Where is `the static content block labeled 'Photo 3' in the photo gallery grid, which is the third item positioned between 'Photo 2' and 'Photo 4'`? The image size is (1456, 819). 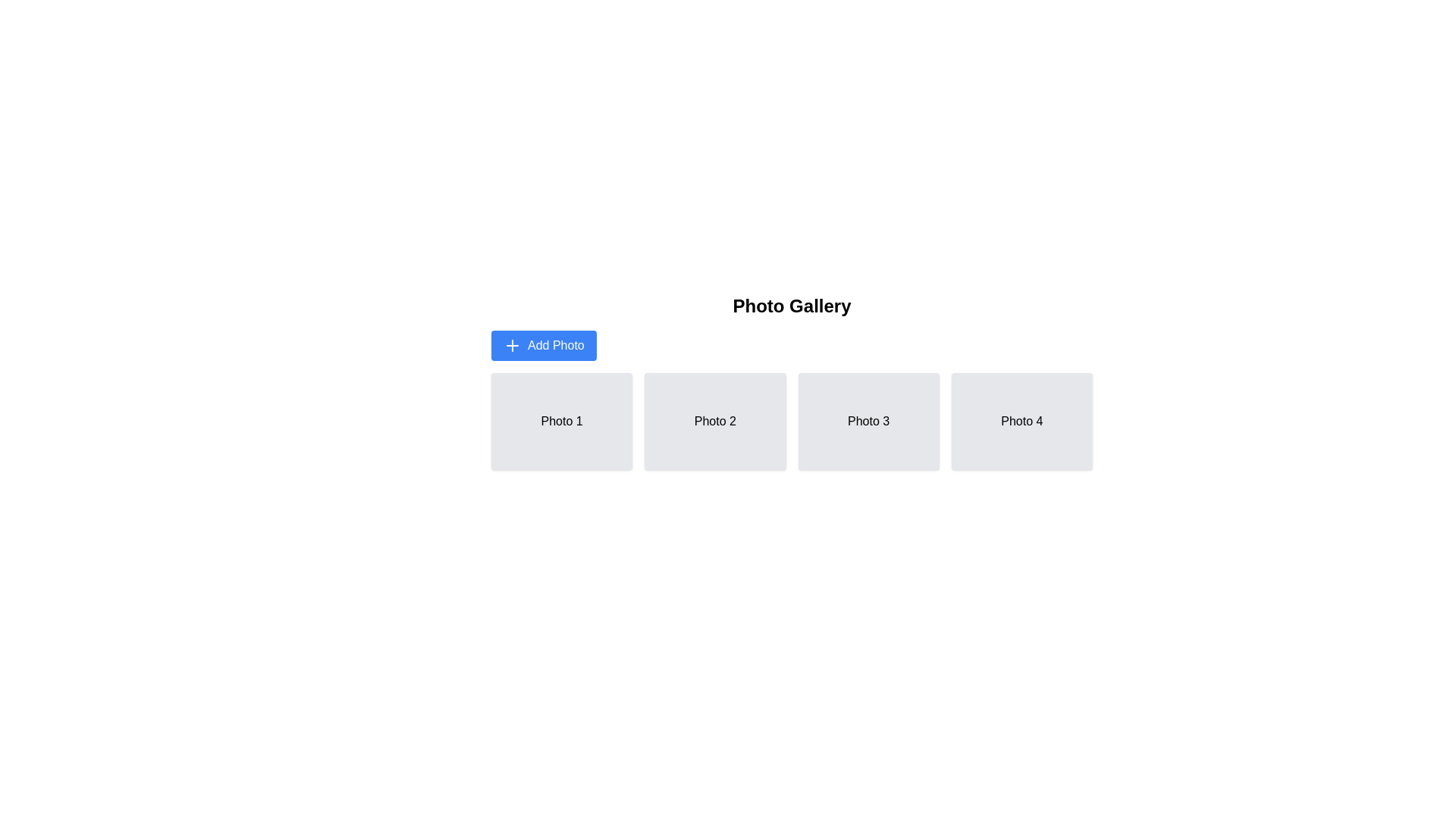 the static content block labeled 'Photo 3' in the photo gallery grid, which is the third item positioned between 'Photo 2' and 'Photo 4' is located at coordinates (868, 421).